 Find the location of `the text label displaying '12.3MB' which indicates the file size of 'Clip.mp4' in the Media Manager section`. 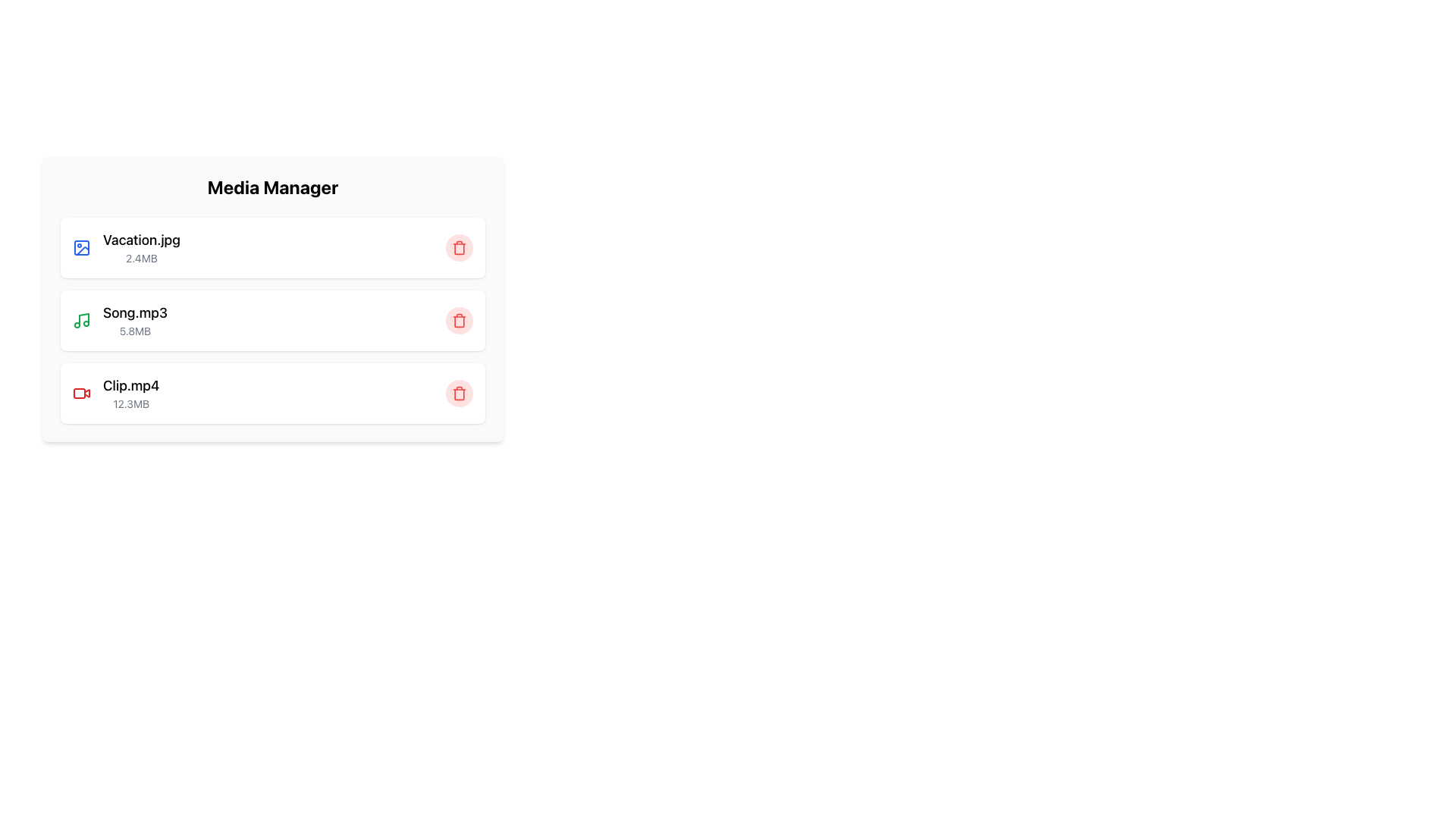

the text label displaying '12.3MB' which indicates the file size of 'Clip.mp4' in the Media Manager section is located at coordinates (131, 403).